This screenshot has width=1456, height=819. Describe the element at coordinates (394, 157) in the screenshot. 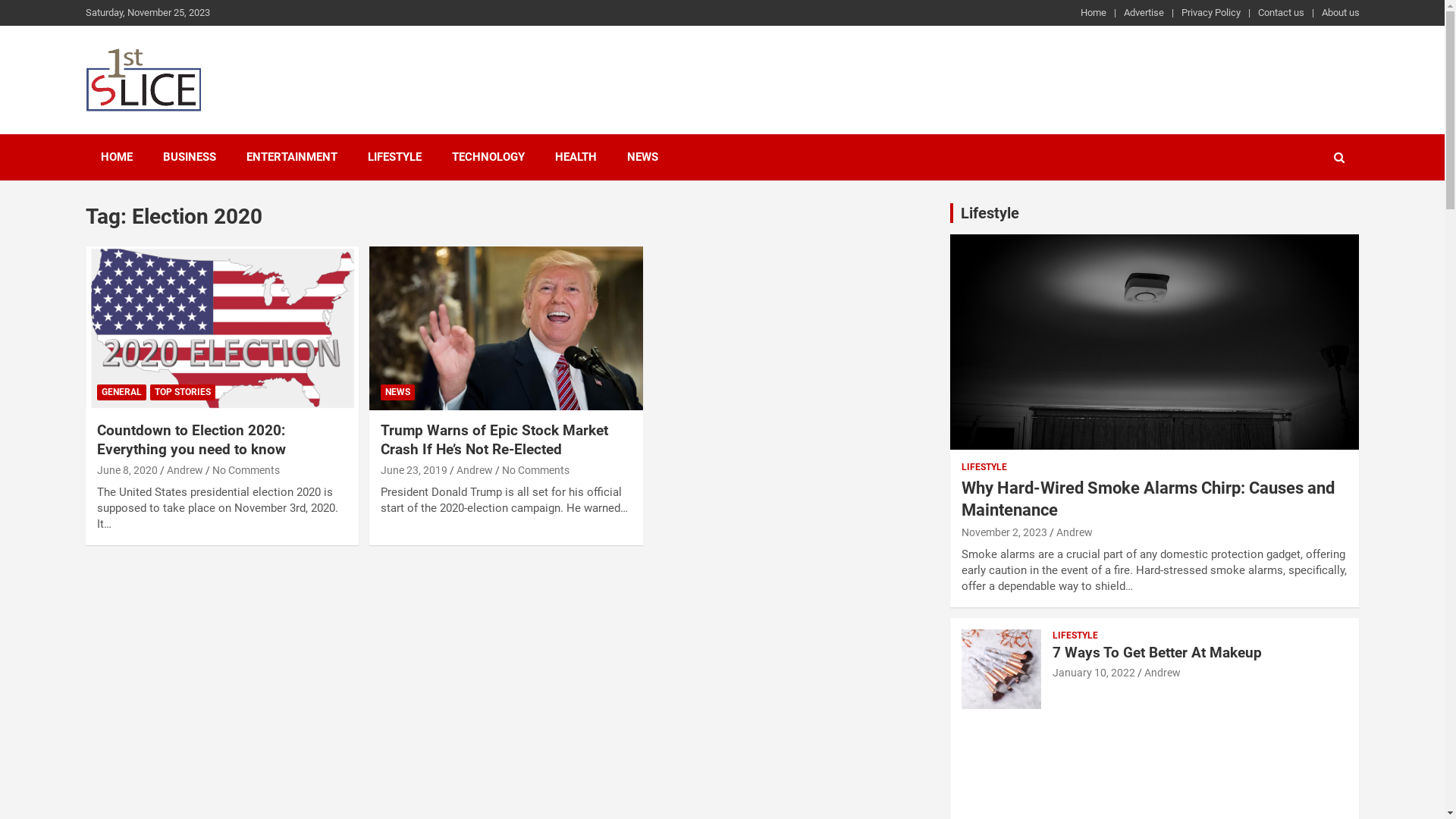

I see `'LIFESTYLE'` at that location.